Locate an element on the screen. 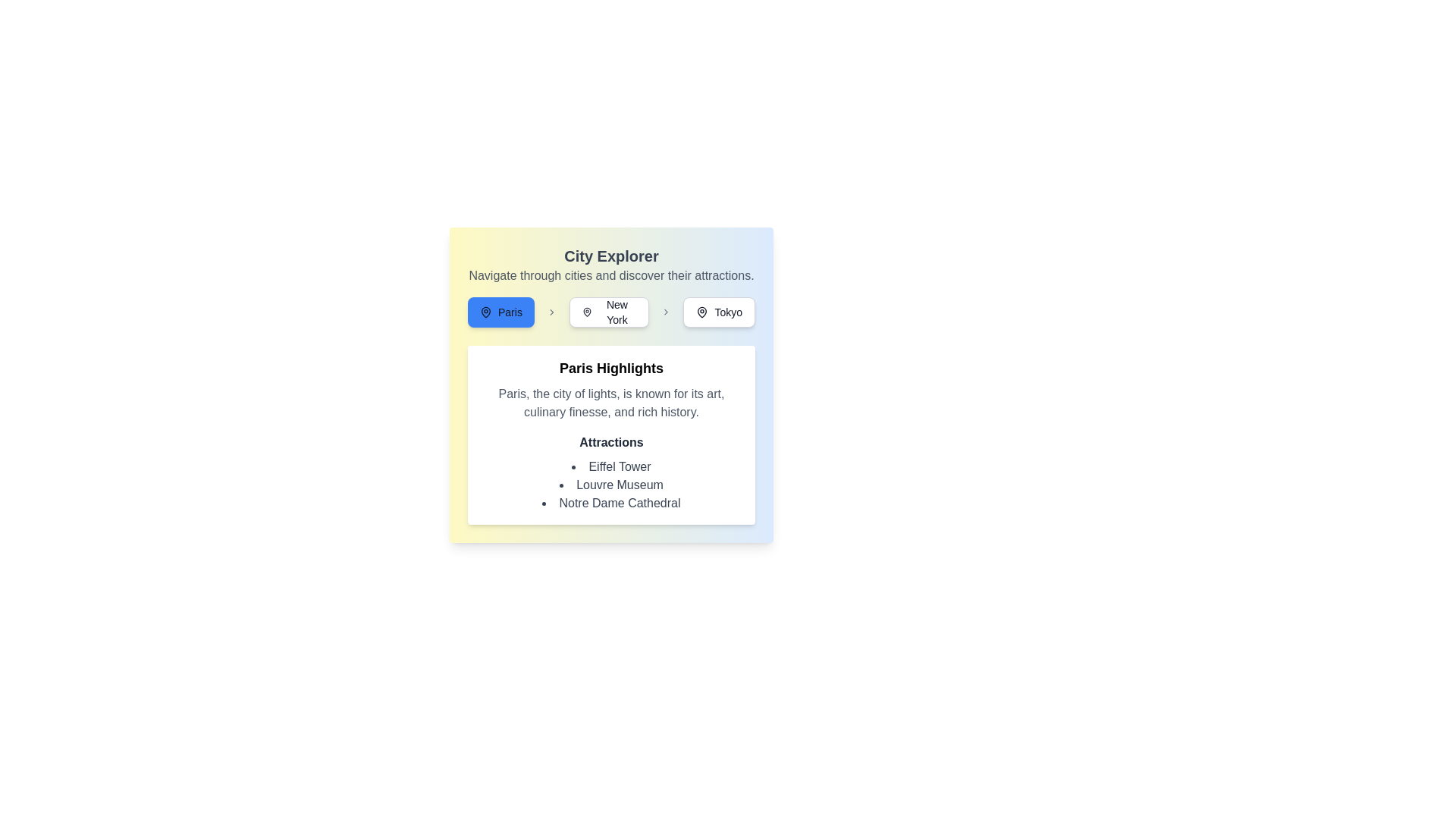  the 'Louvre Museum' text label, which is the second item in the Attractions list is located at coordinates (611, 485).